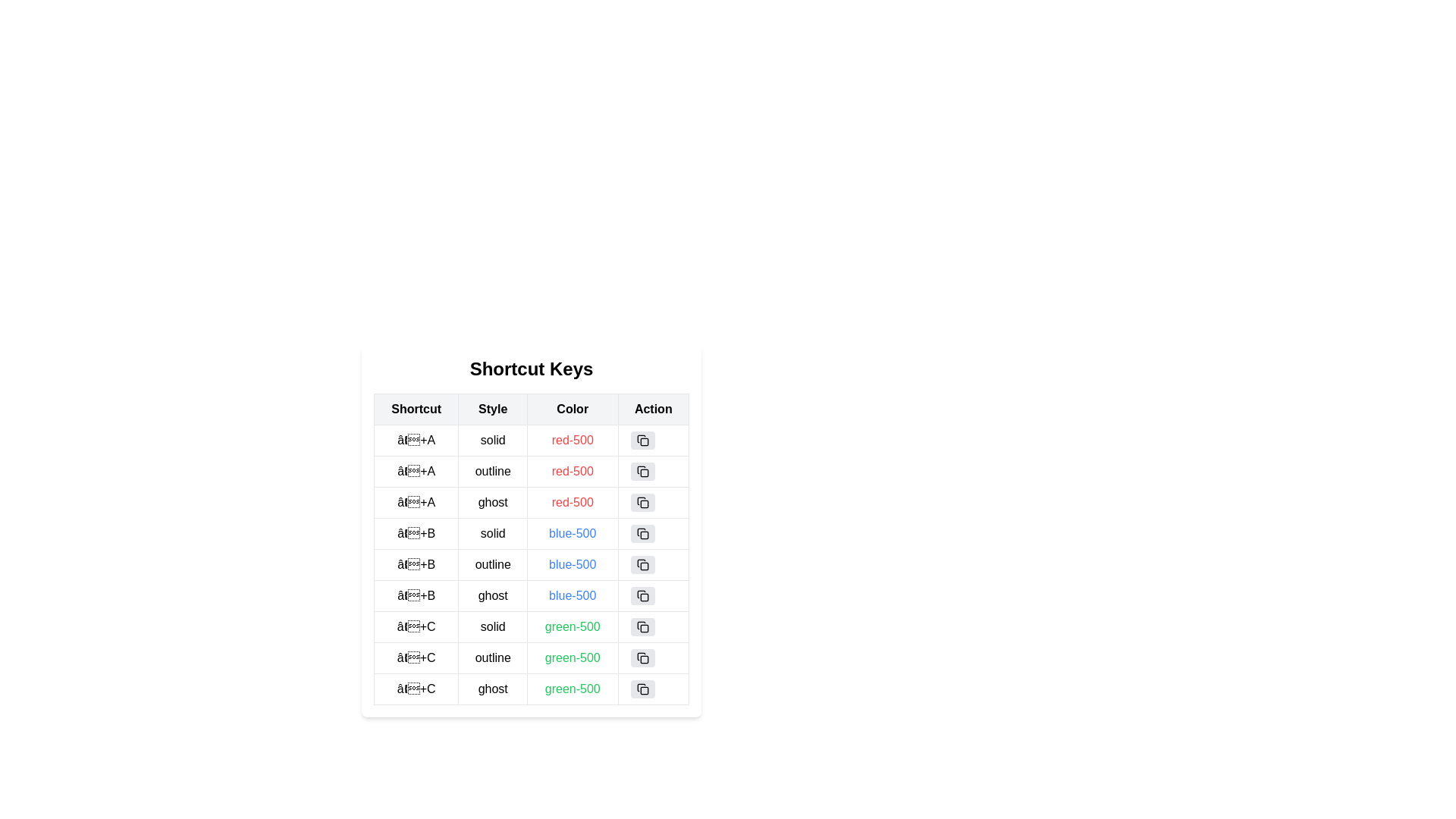  Describe the element at coordinates (493, 595) in the screenshot. I see `the static text 'ghost' styled in standard font, located in the third column under the 'Style' header, corresponding to the shortcut key combination '⌘+B'` at that location.